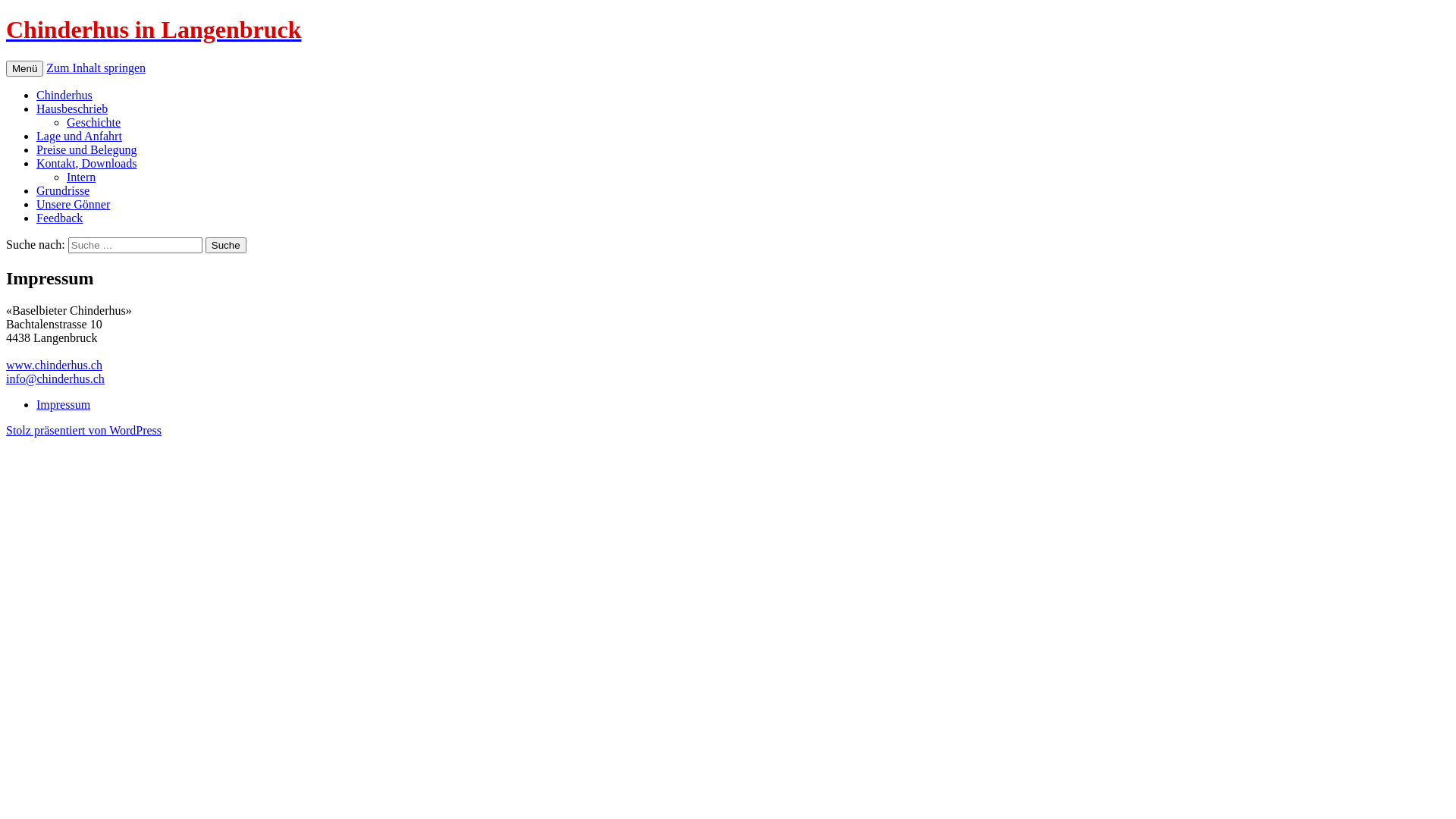  What do you see at coordinates (64, 95) in the screenshot?
I see `'Chinderhus'` at bounding box center [64, 95].